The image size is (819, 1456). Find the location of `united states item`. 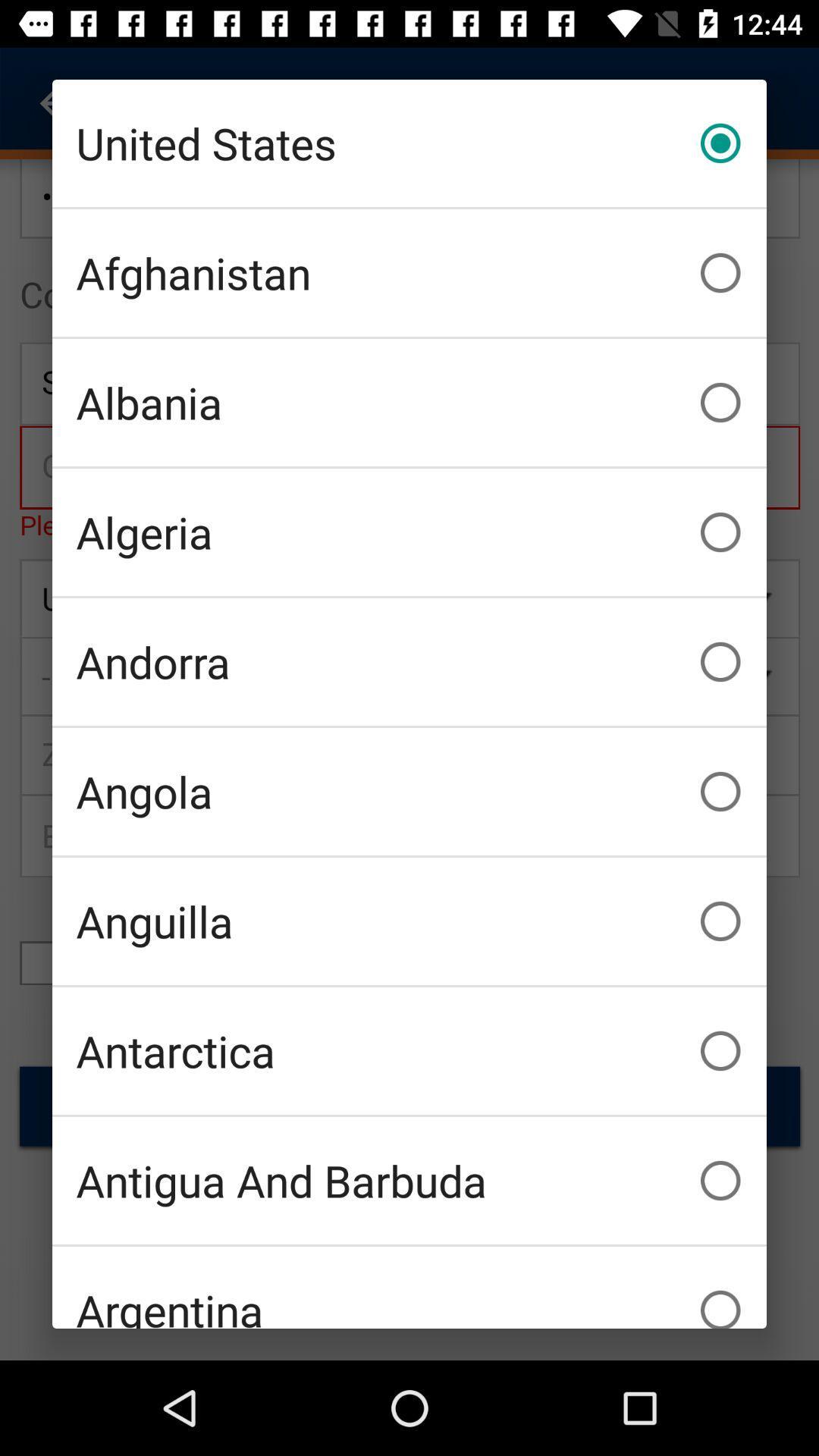

united states item is located at coordinates (409, 143).